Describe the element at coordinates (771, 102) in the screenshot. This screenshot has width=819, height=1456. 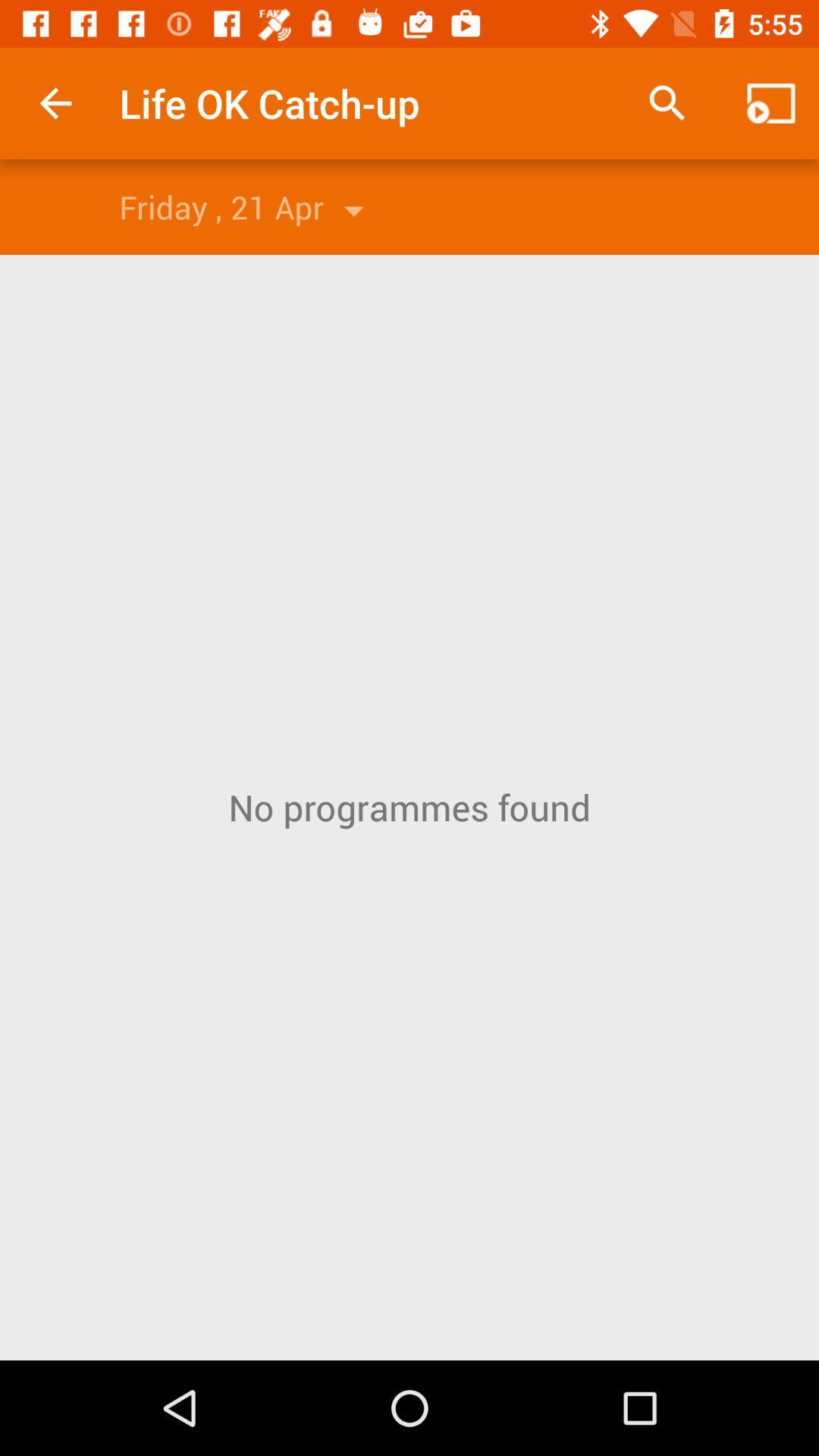
I see `item above no programmes found` at that location.